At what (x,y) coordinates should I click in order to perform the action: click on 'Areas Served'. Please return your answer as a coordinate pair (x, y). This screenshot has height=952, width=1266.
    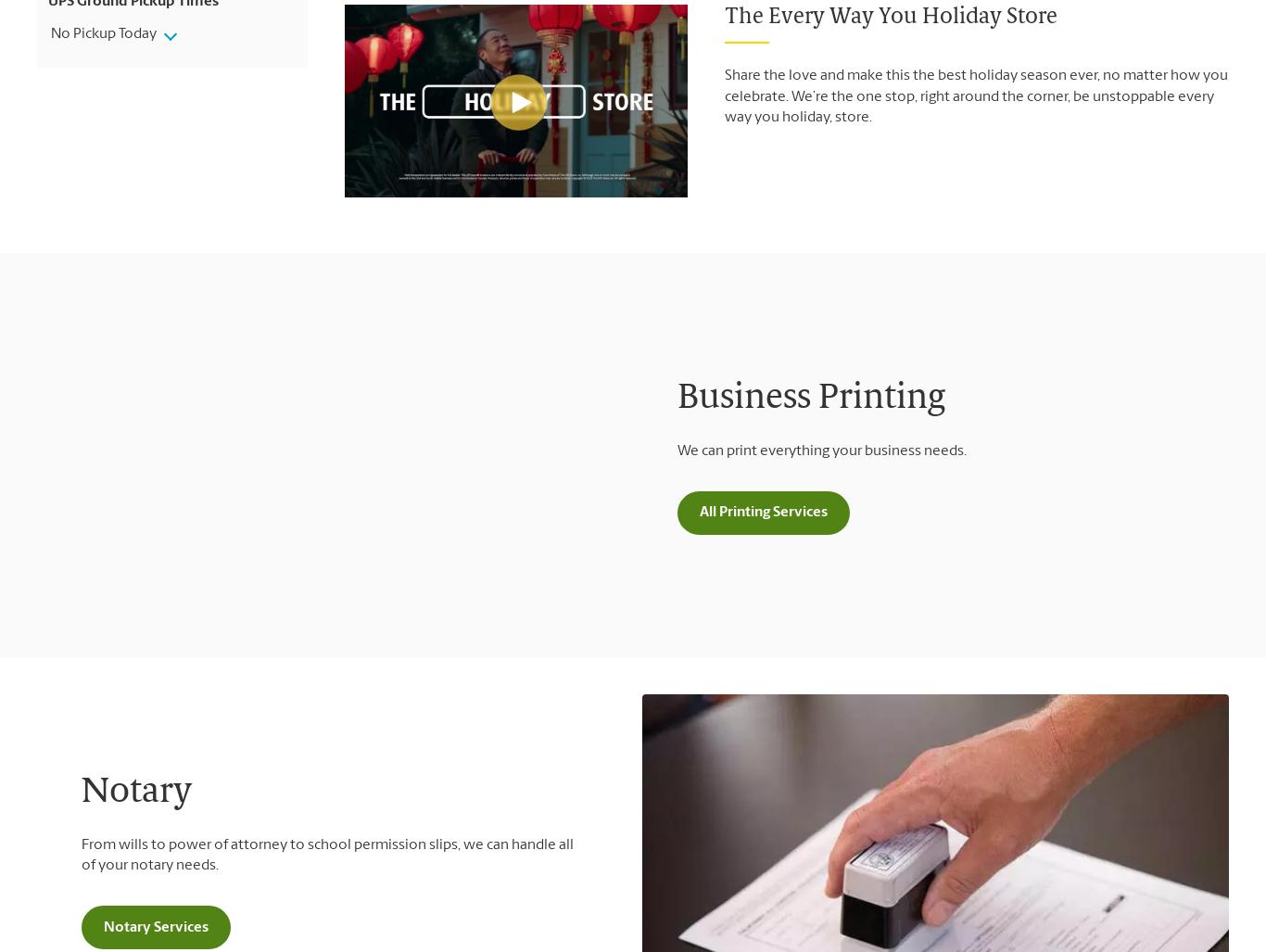
    Looking at the image, I should click on (136, 165).